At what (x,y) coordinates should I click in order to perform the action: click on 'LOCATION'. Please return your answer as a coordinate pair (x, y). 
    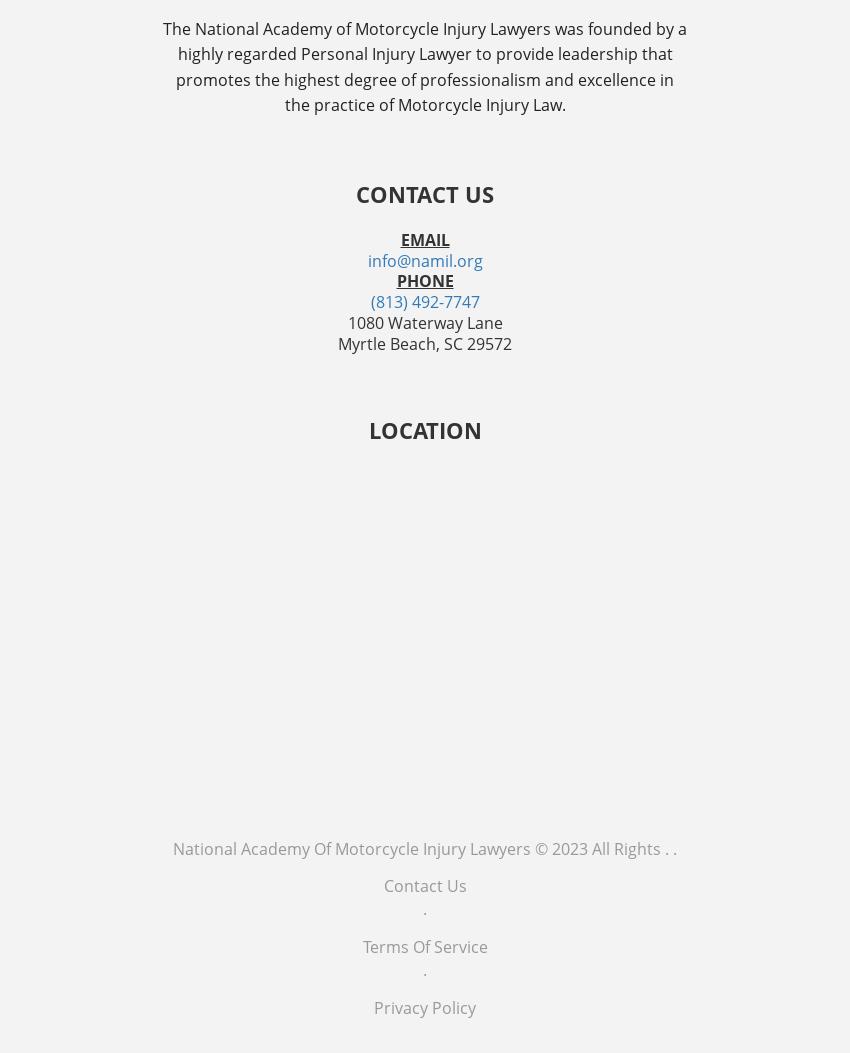
    Looking at the image, I should click on (424, 428).